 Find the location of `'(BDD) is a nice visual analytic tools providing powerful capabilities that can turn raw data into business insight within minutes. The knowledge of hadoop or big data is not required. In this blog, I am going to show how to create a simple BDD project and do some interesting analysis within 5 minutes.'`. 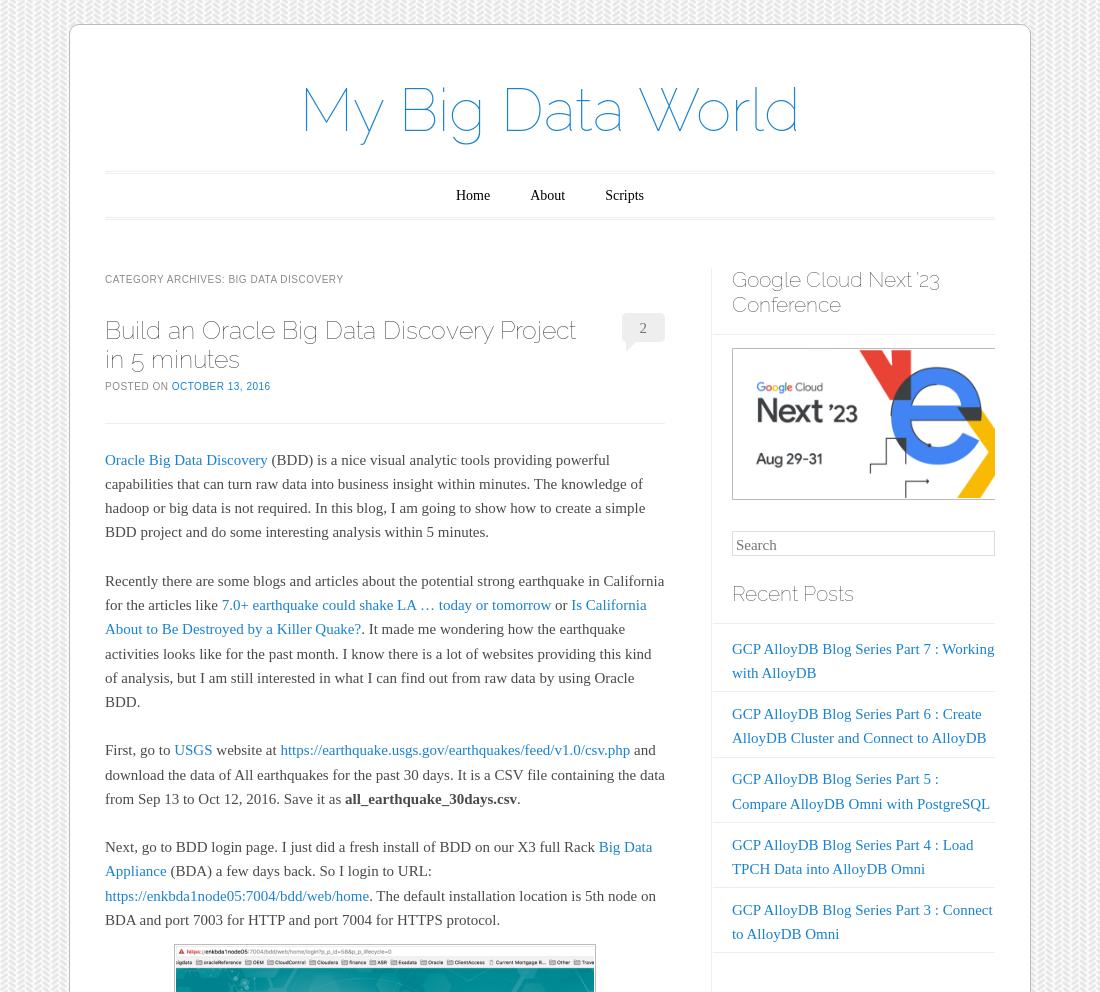

'(BDD) is a nice visual analytic tools providing powerful capabilities that can turn raw data into business insight within minutes. The knowledge of hadoop or big data is not required. In this blog, I am going to show how to create a simple BDD project and do some interesting analysis within 5 minutes.' is located at coordinates (374, 495).